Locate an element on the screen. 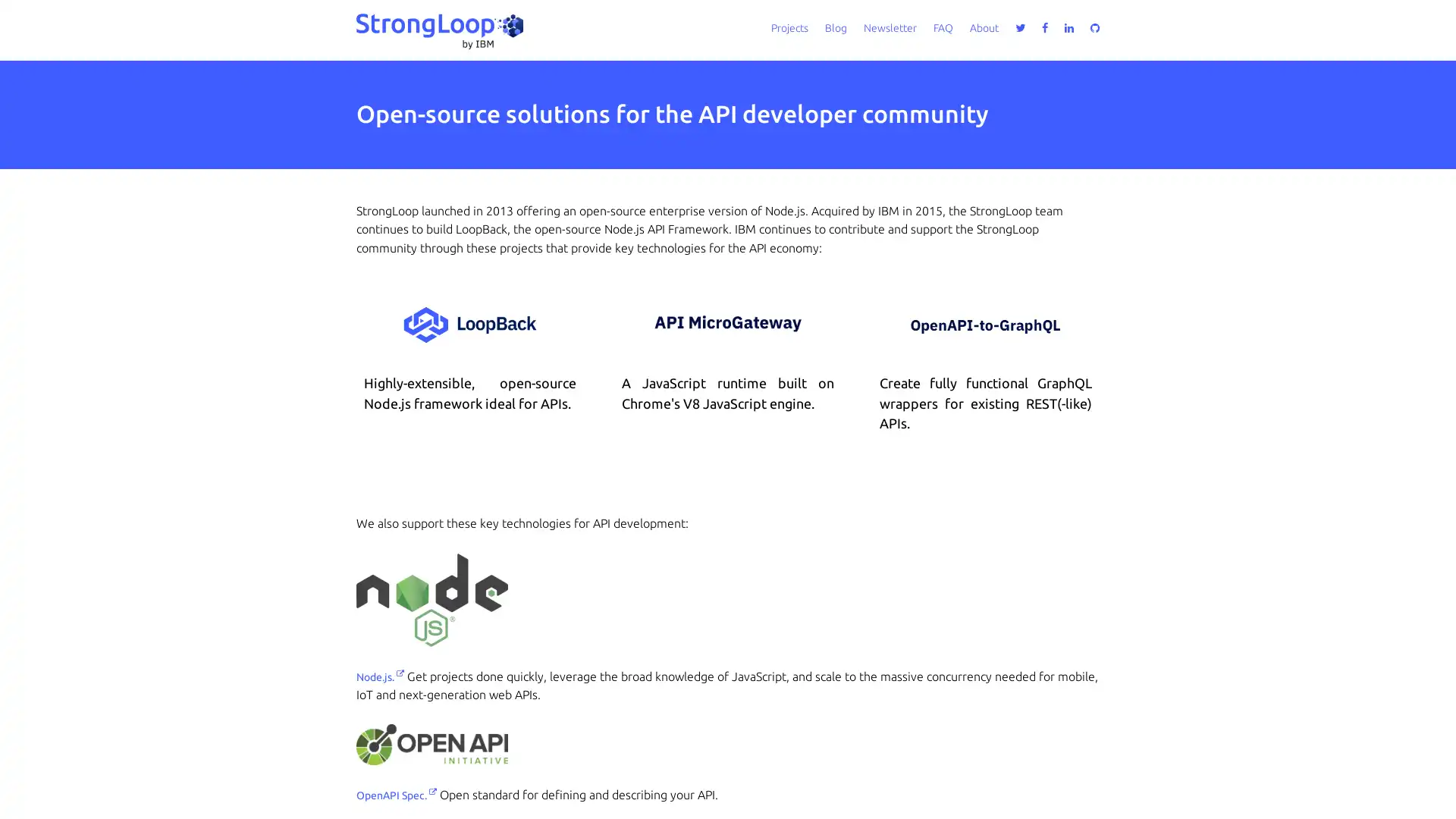 The image size is (1456, 819). close icon is located at coordinates (1444, 704).